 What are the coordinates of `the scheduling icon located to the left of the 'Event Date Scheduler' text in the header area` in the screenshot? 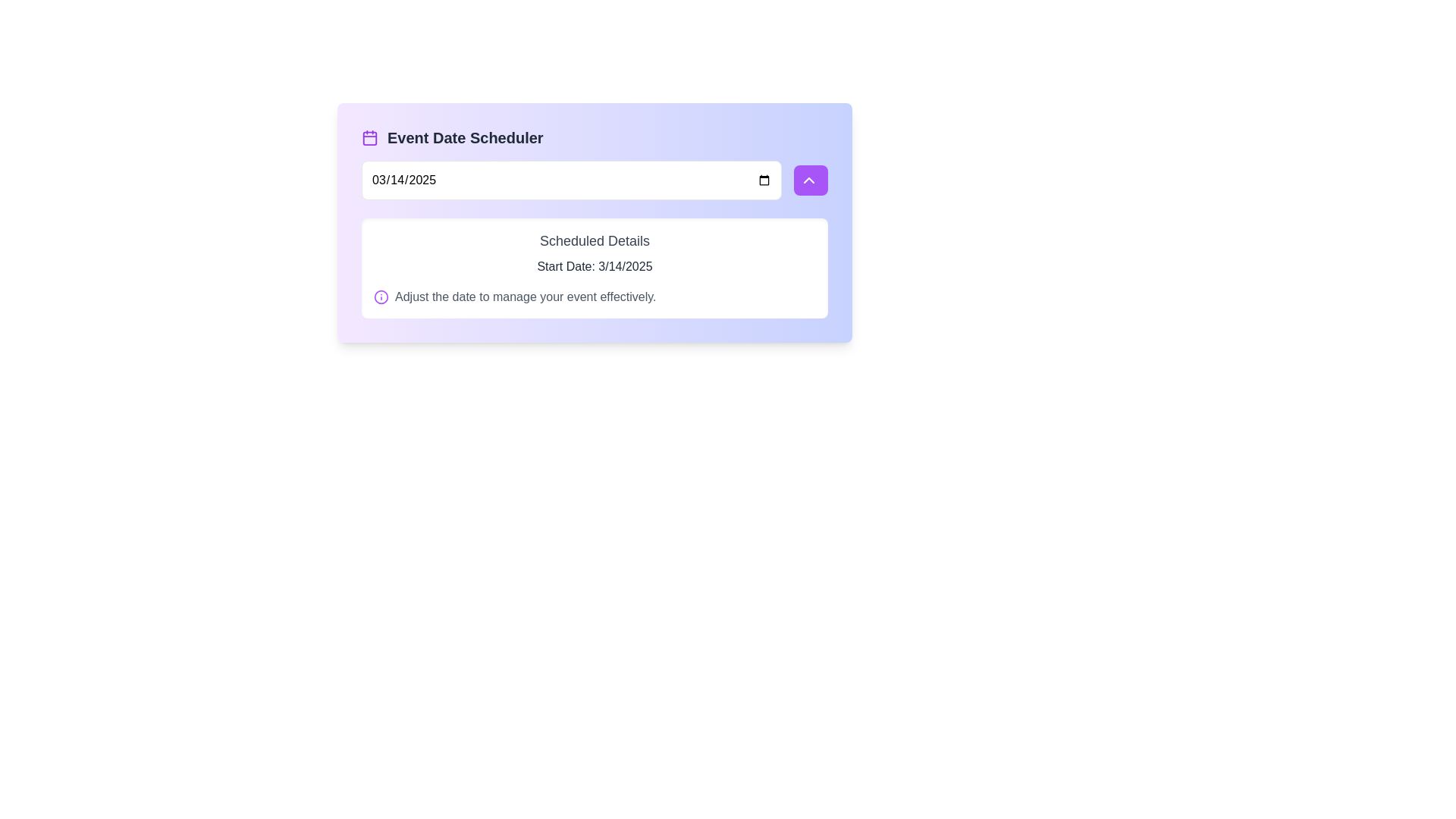 It's located at (370, 137).